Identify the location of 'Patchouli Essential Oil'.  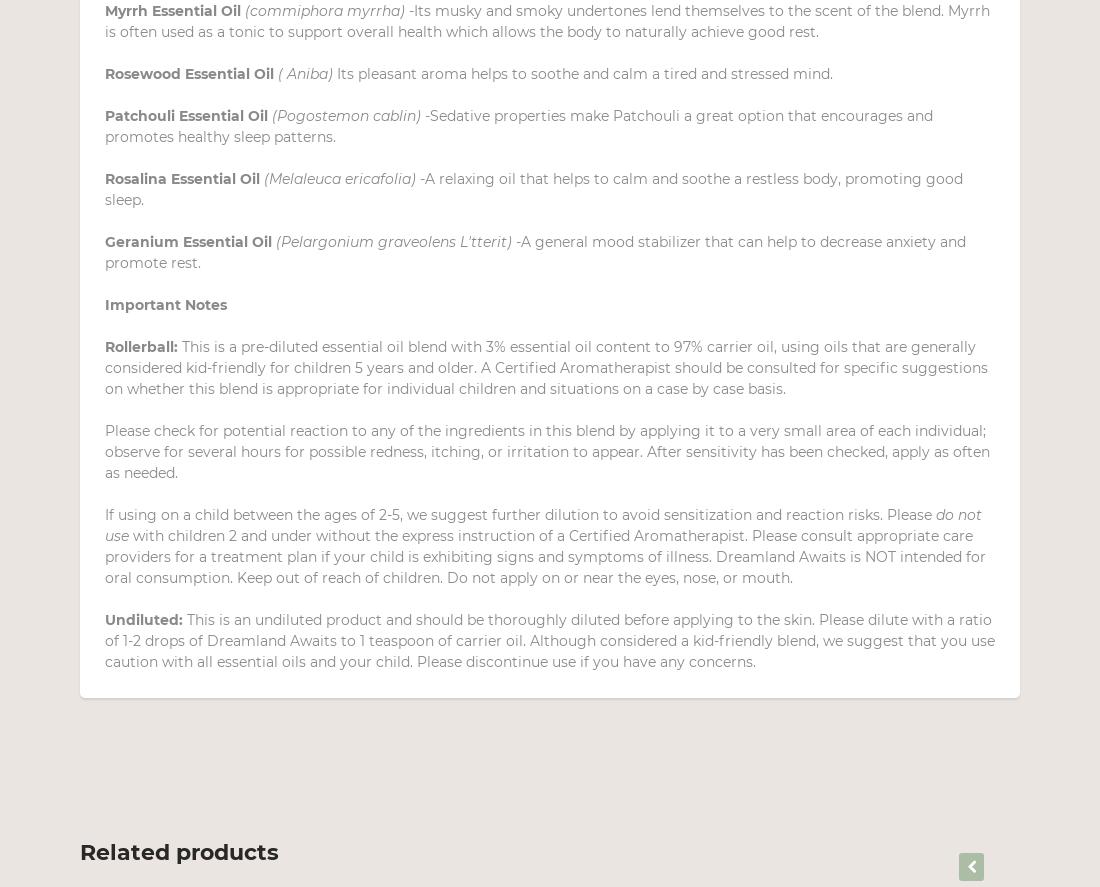
(105, 116).